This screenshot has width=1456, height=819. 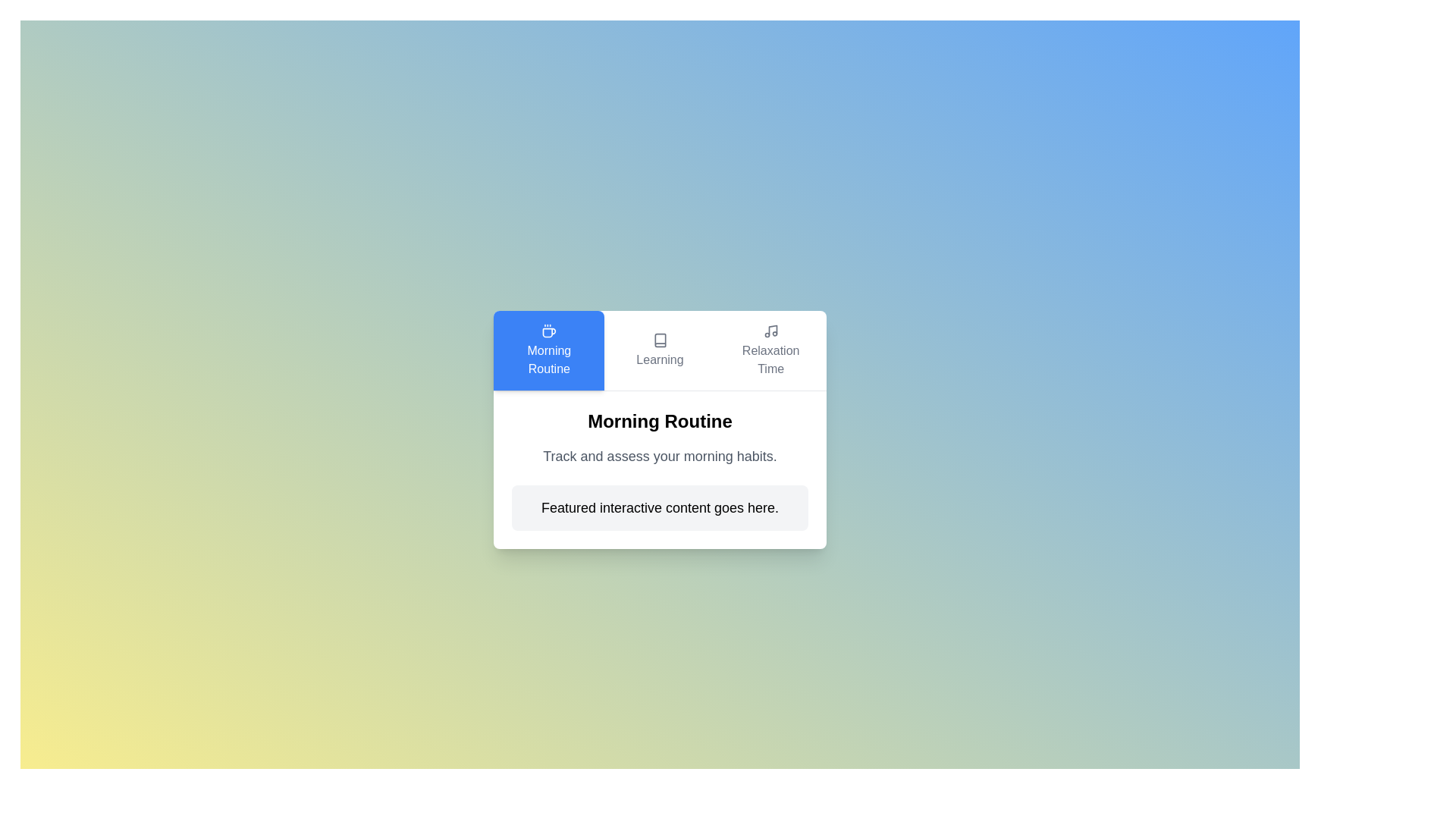 I want to click on the text in the tab labeled Morning Routine, so click(x=548, y=350).